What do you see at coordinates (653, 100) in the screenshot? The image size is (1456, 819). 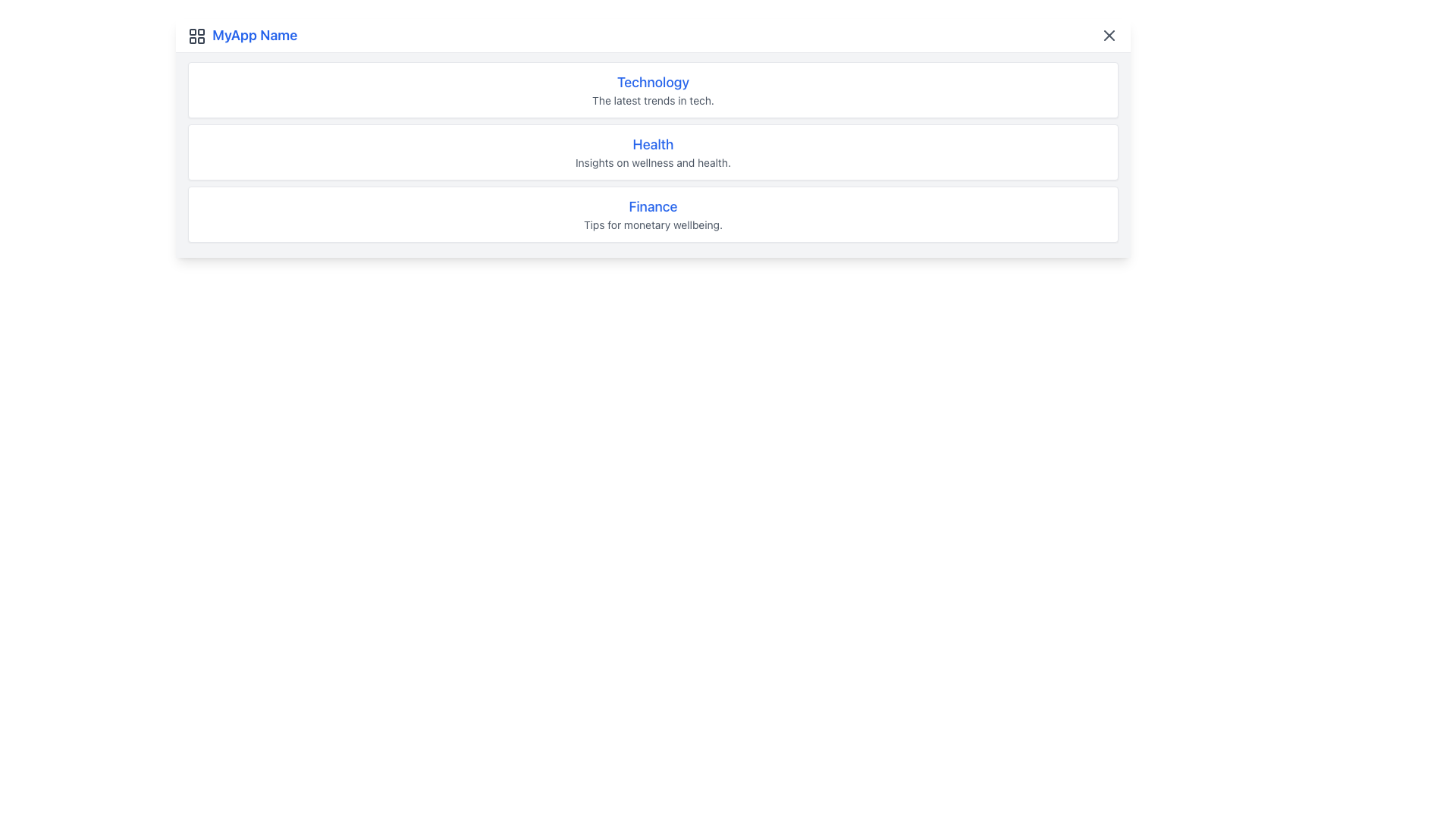 I see `the informational text label that provides a brief description related to the 'Technology' topic, positioned directly beneath the 'Technology' title` at bounding box center [653, 100].